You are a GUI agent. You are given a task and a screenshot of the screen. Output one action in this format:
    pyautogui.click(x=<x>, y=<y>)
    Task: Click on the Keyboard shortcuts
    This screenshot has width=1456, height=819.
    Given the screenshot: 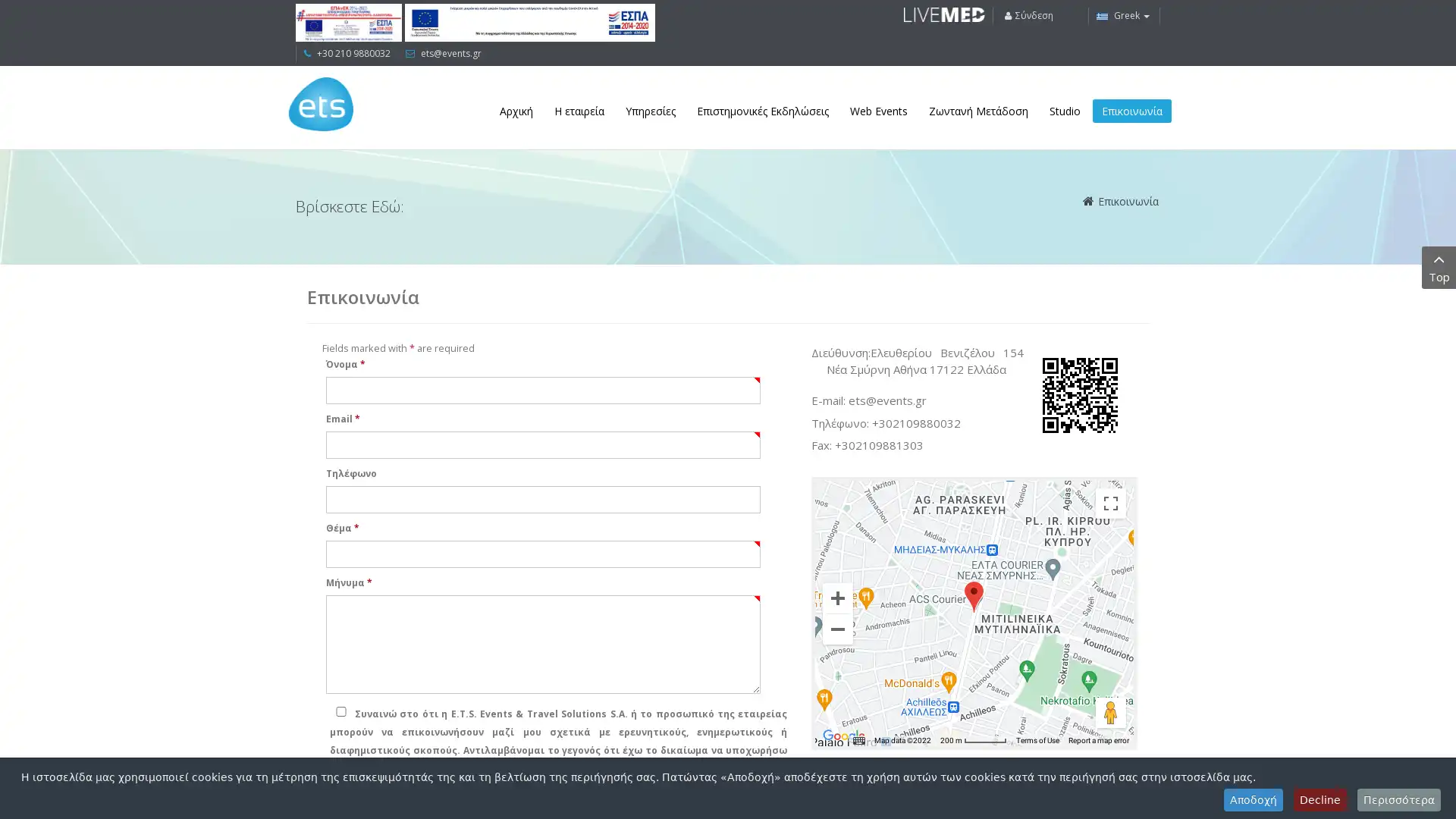 What is the action you would take?
    pyautogui.click(x=858, y=739)
    